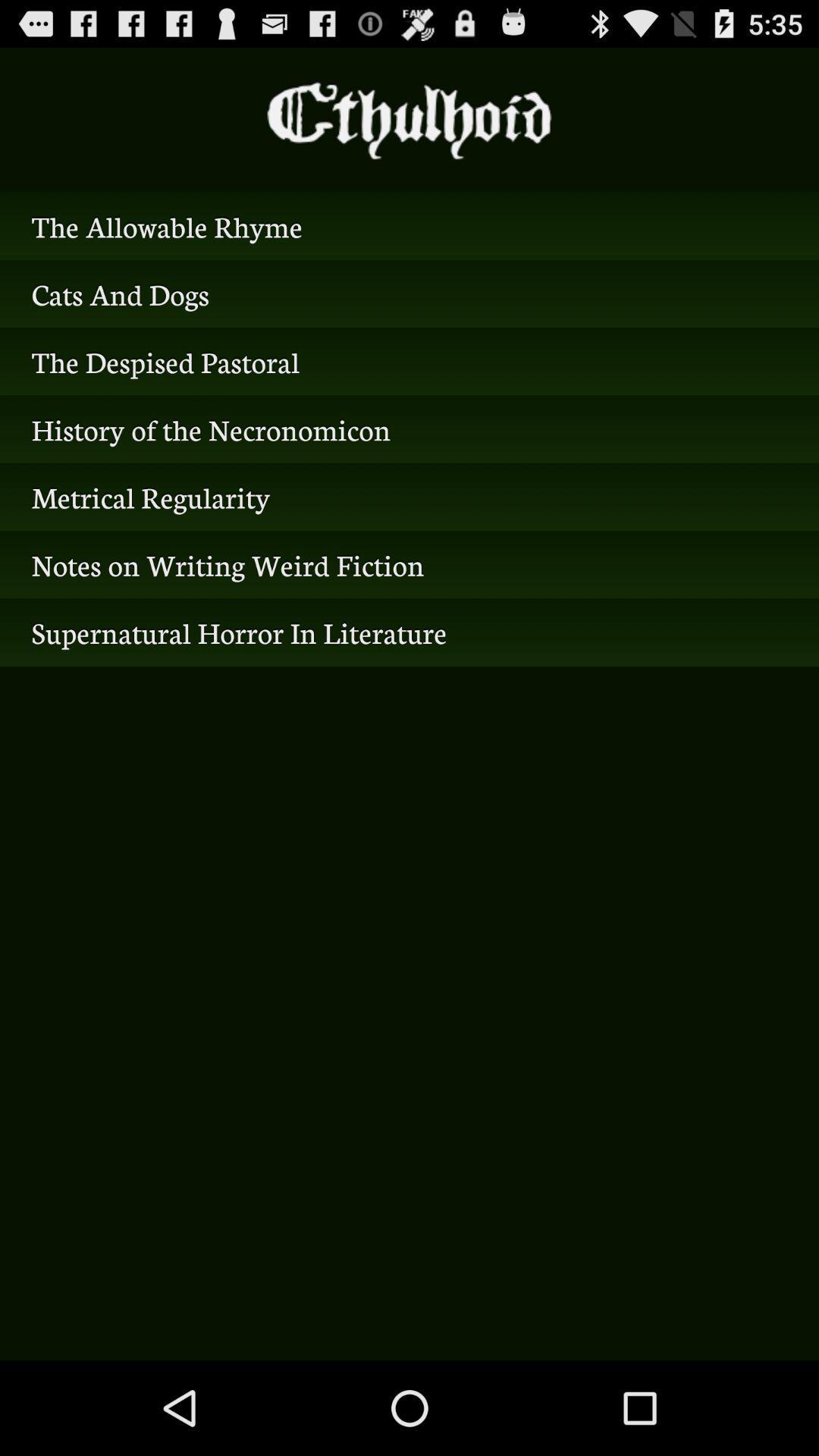 The image size is (819, 1456). I want to click on notes on writing, so click(409, 563).